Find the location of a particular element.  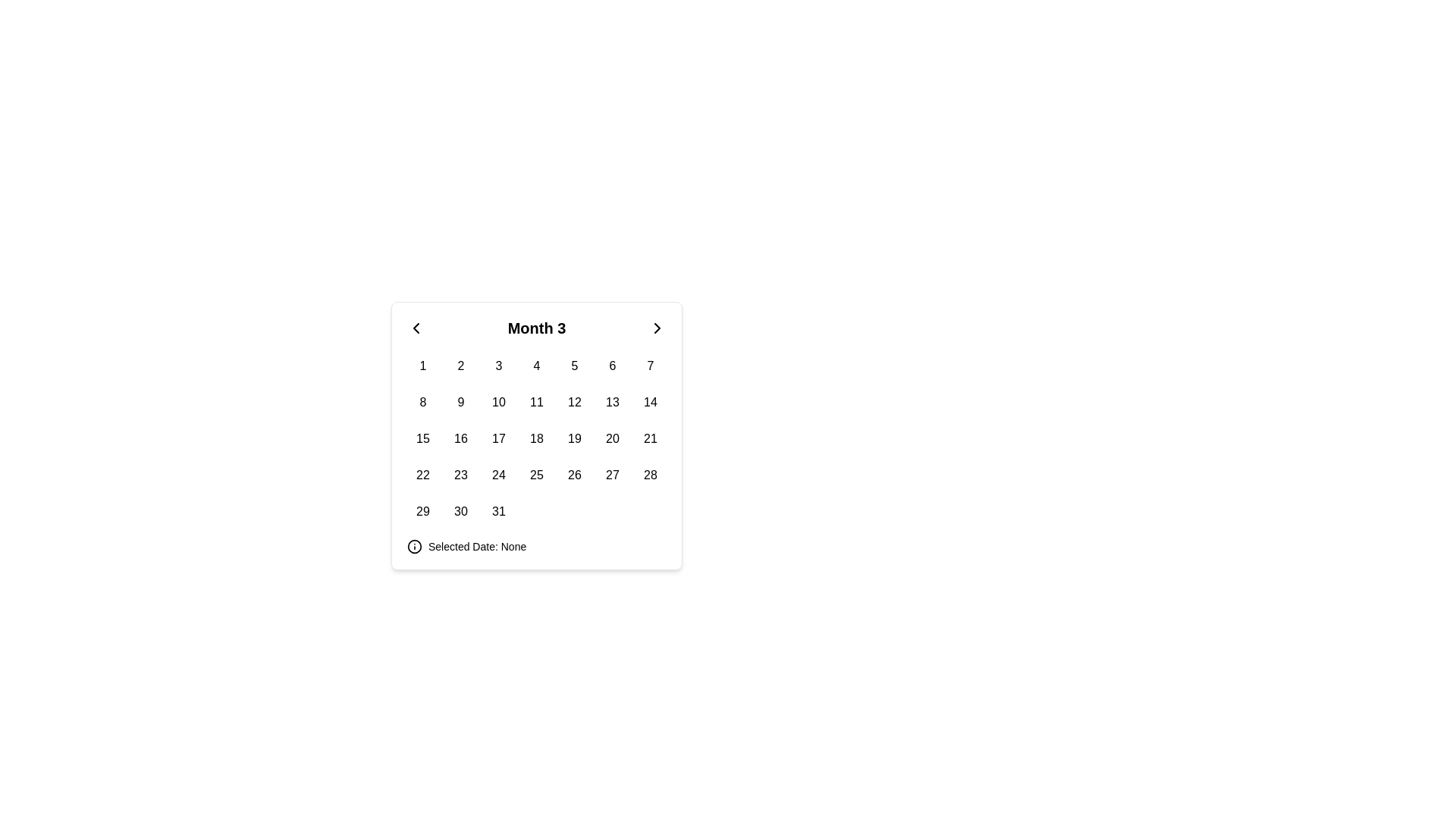

the 30th day cell in the calendar located in the 5th row and 2nd column is located at coordinates (460, 512).